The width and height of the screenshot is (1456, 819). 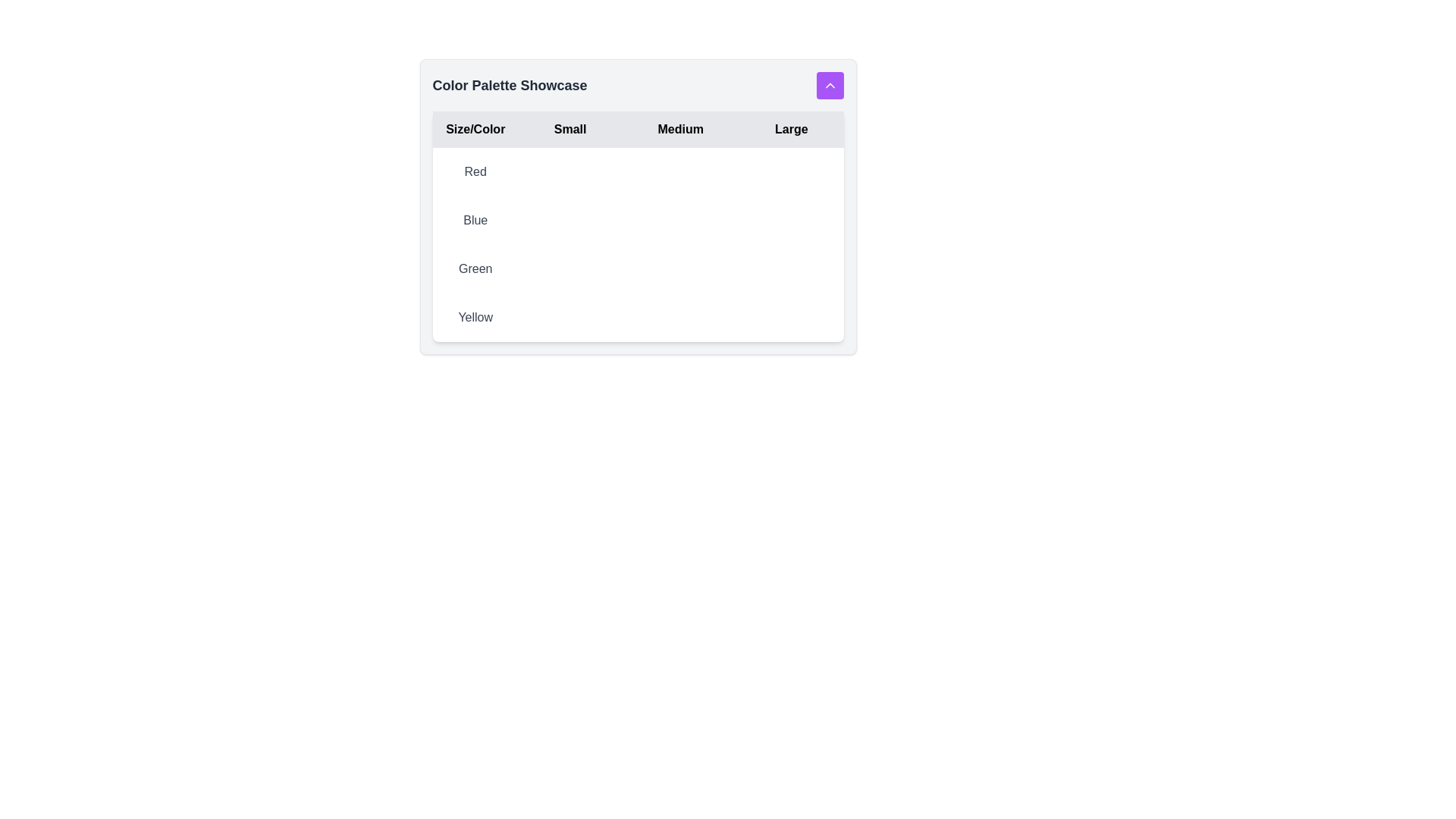 I want to click on the text label displaying 'Medium' which is the third item in the sequence of size labels within the layout next to 'Small' and 'Large.', so click(x=679, y=128).